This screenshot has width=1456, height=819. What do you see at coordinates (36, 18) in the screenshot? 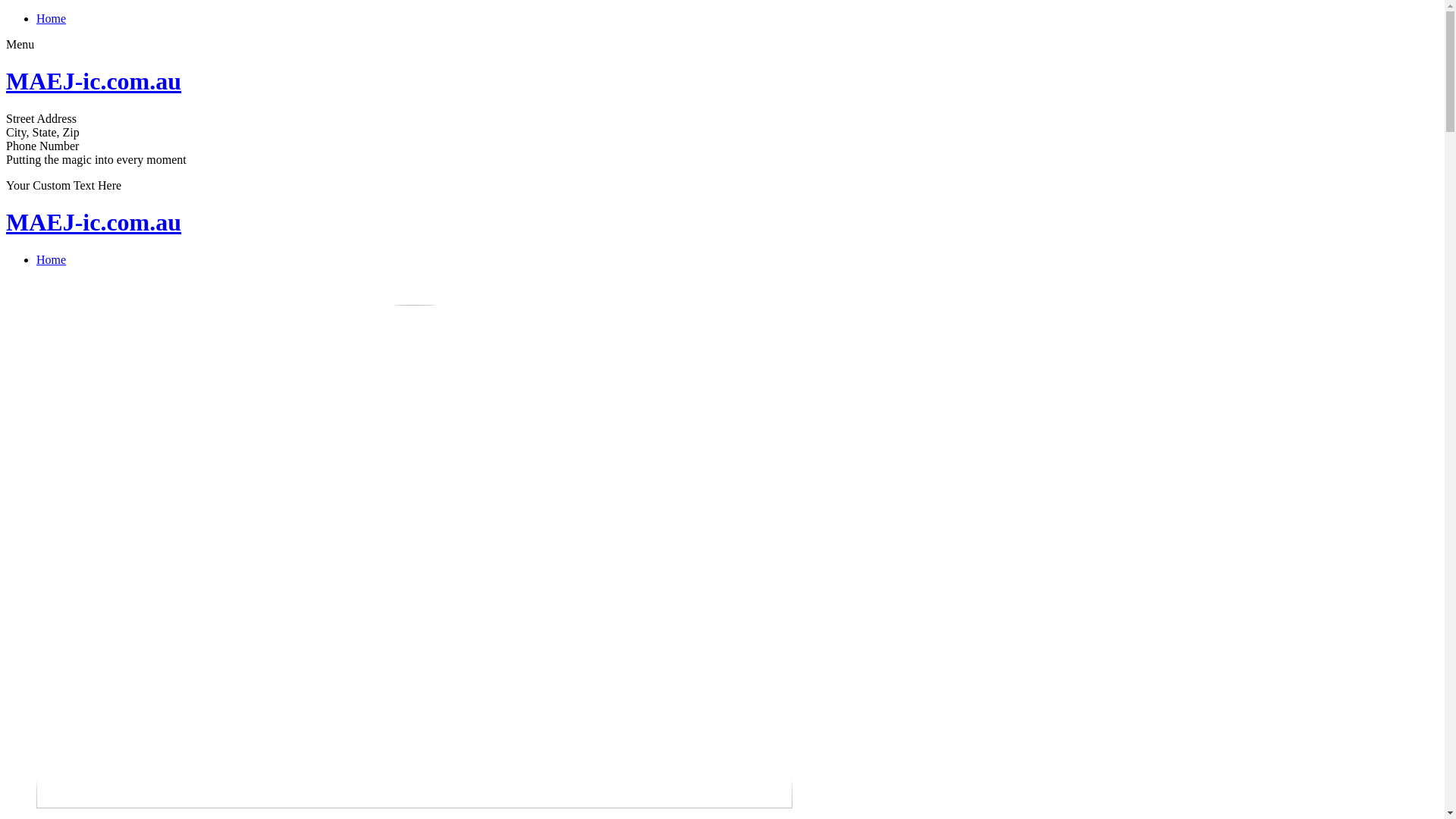
I see `'Home'` at bounding box center [36, 18].